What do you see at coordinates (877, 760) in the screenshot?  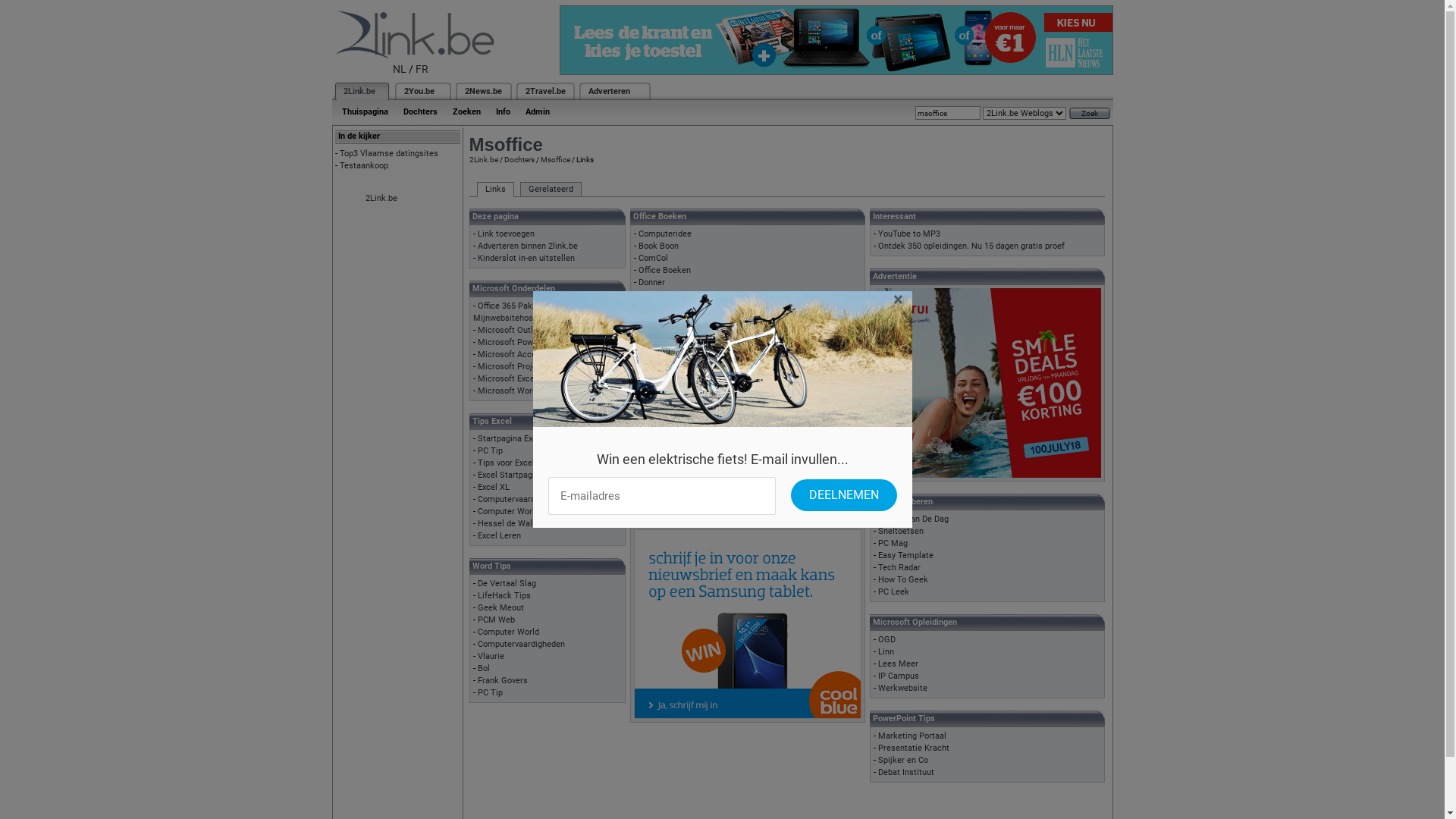 I see `'Spijker en Co'` at bounding box center [877, 760].